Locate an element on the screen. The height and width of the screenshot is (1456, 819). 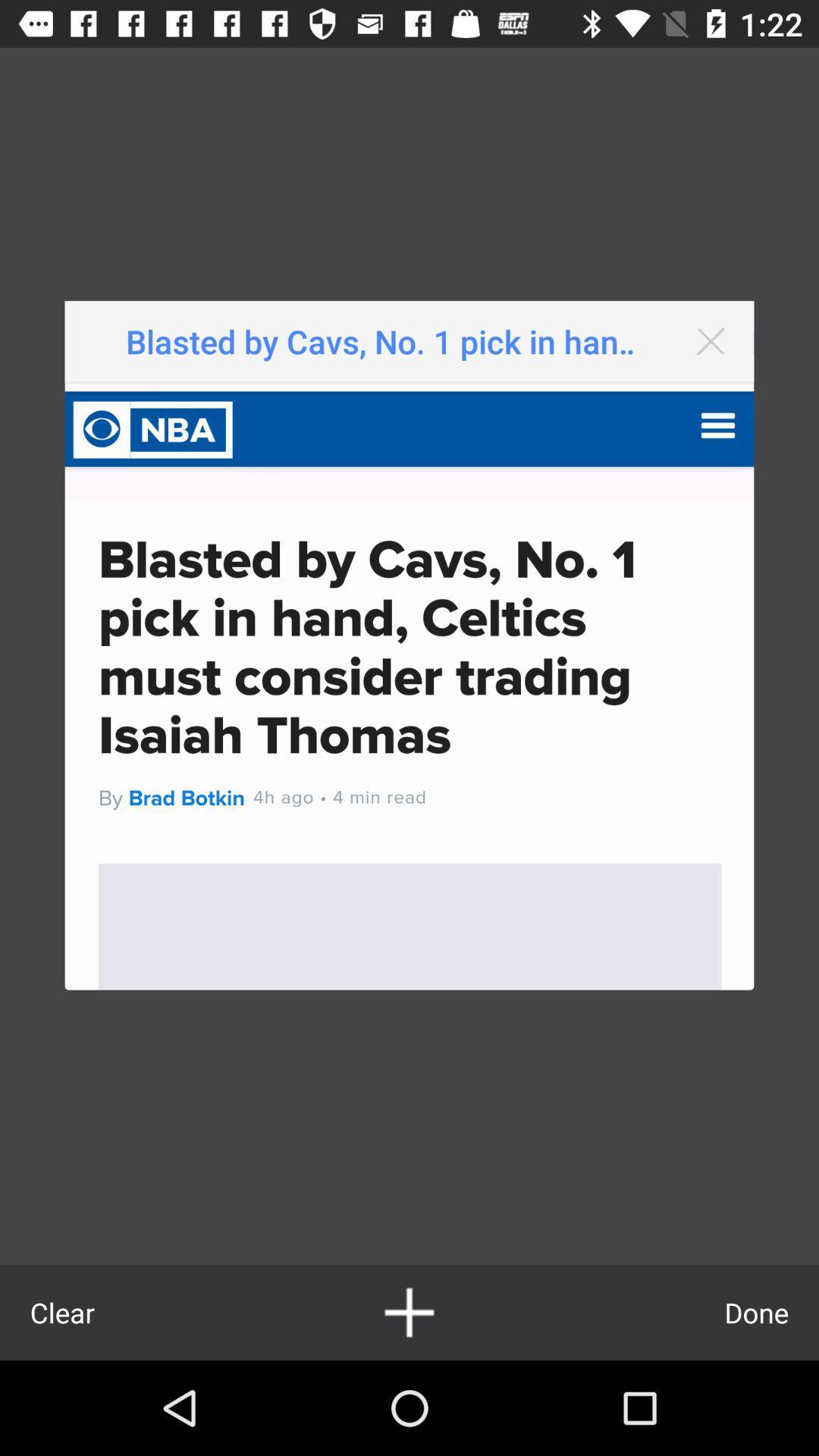
the clear icon is located at coordinates (61, 1312).